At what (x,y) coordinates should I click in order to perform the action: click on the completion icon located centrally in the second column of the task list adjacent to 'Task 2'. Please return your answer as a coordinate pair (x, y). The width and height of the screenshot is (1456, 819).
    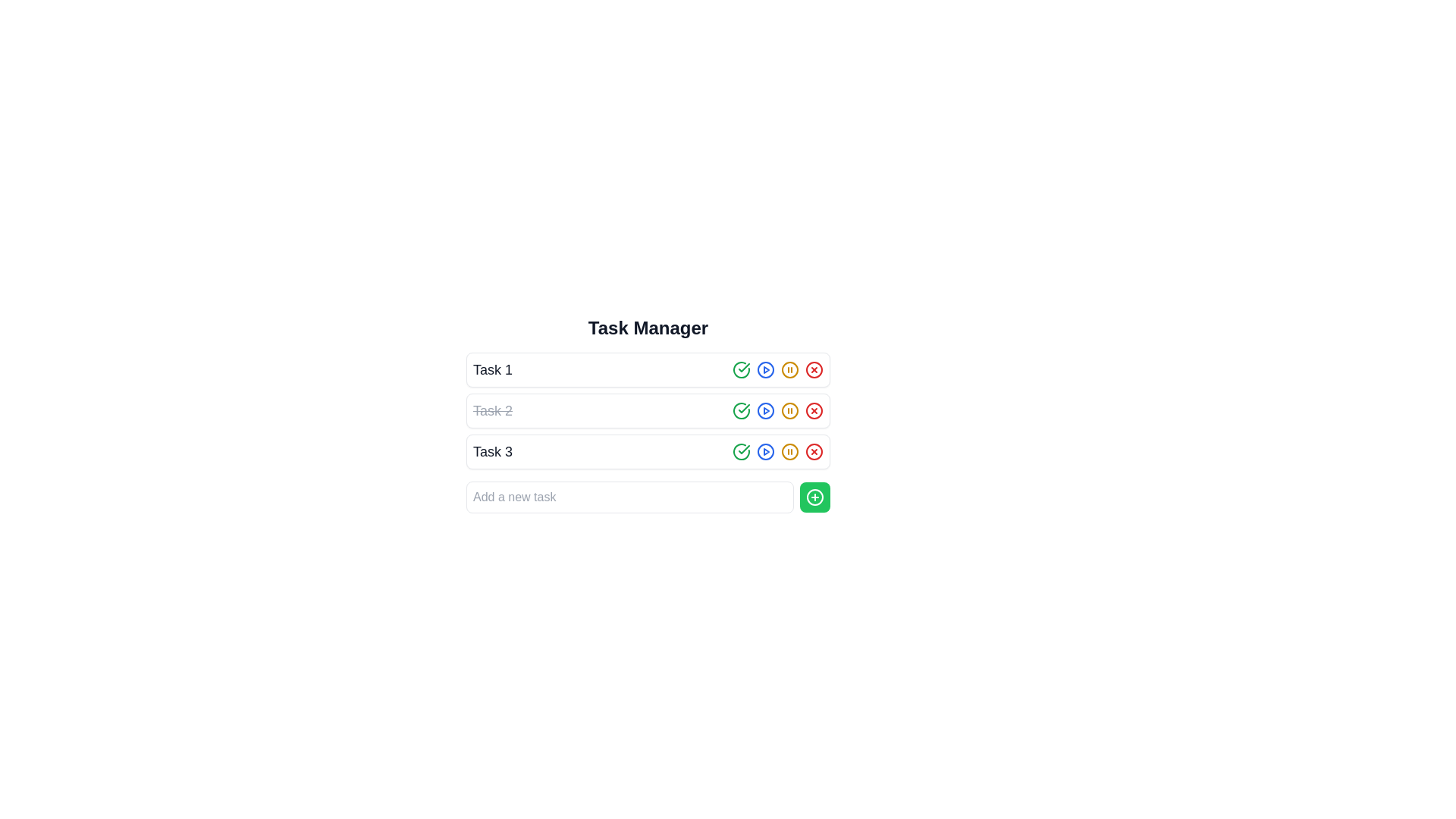
    Looking at the image, I should click on (742, 370).